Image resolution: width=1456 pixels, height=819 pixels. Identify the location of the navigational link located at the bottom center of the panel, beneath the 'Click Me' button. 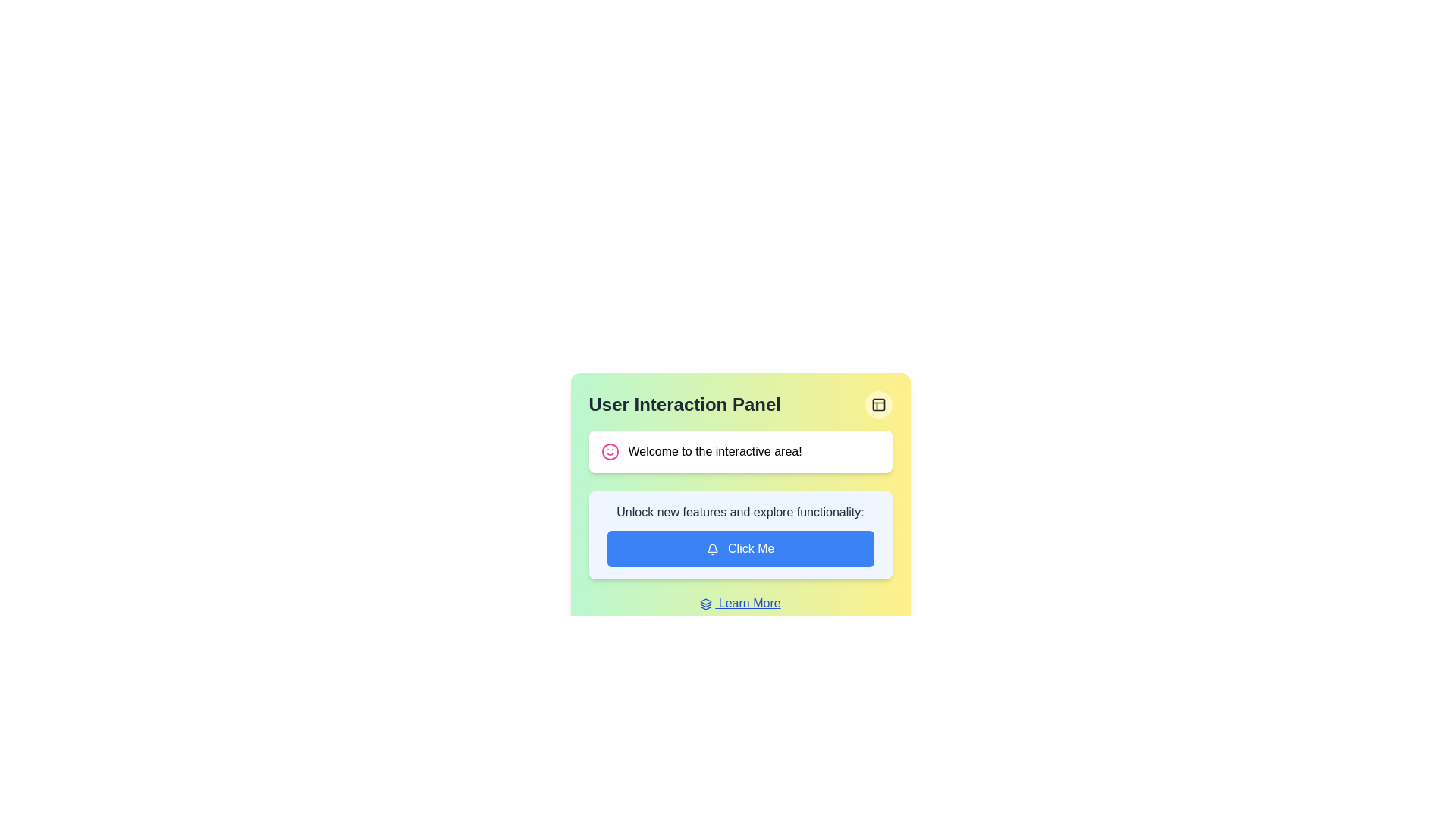
(740, 602).